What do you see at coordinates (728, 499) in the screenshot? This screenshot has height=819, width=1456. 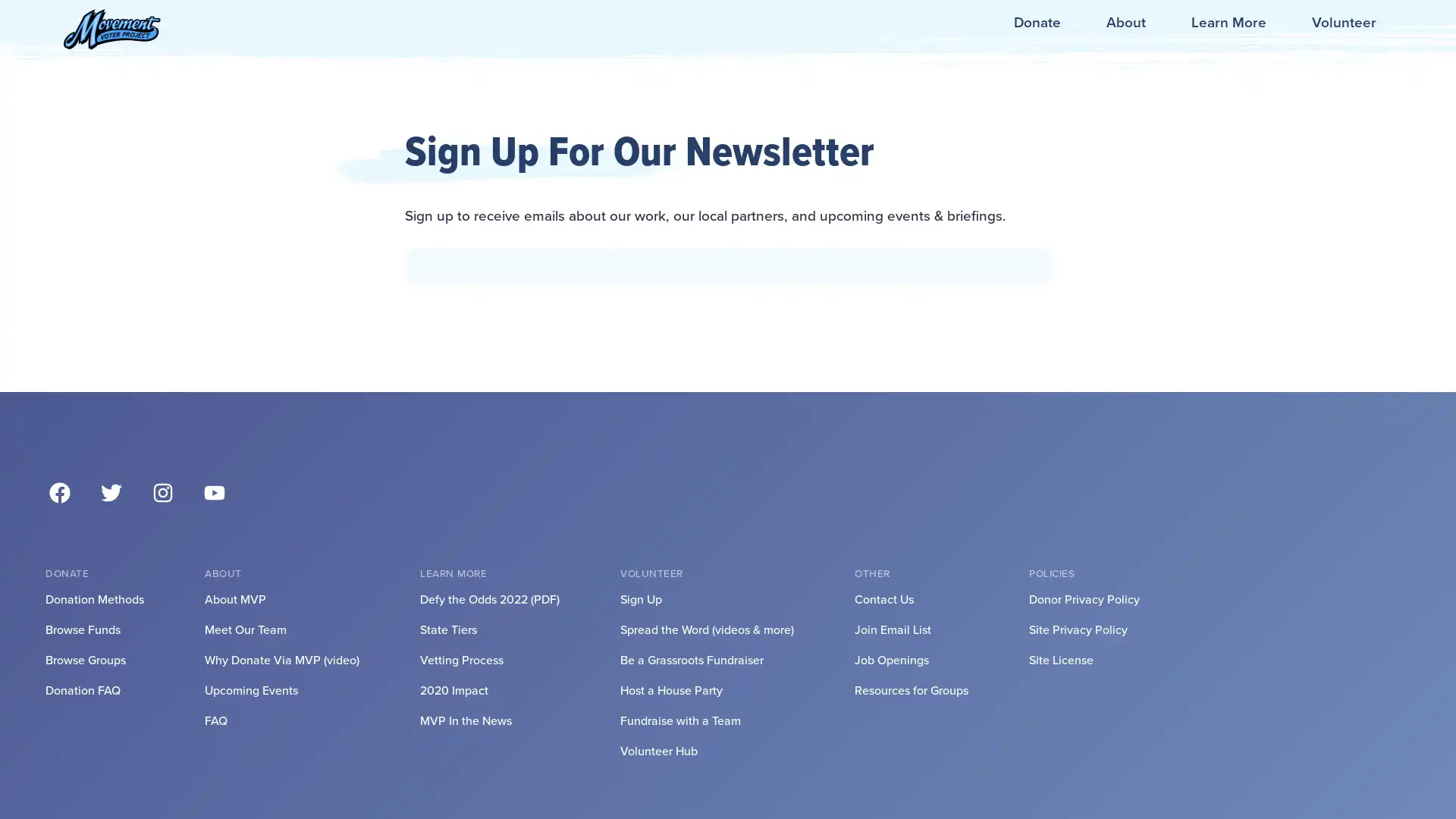 I see `Sign up` at bounding box center [728, 499].